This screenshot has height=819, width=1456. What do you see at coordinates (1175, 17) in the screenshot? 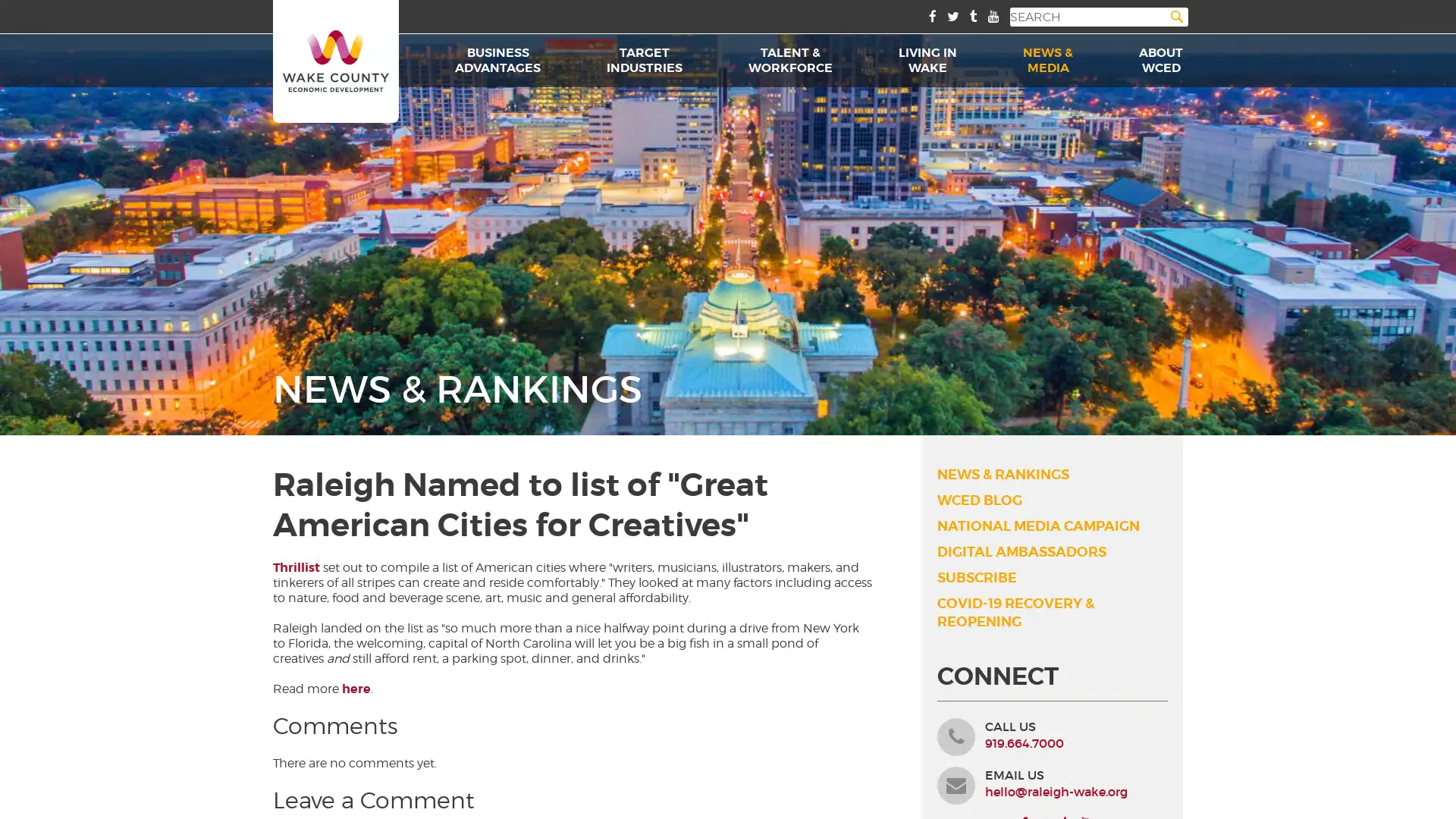
I see `Search` at bounding box center [1175, 17].